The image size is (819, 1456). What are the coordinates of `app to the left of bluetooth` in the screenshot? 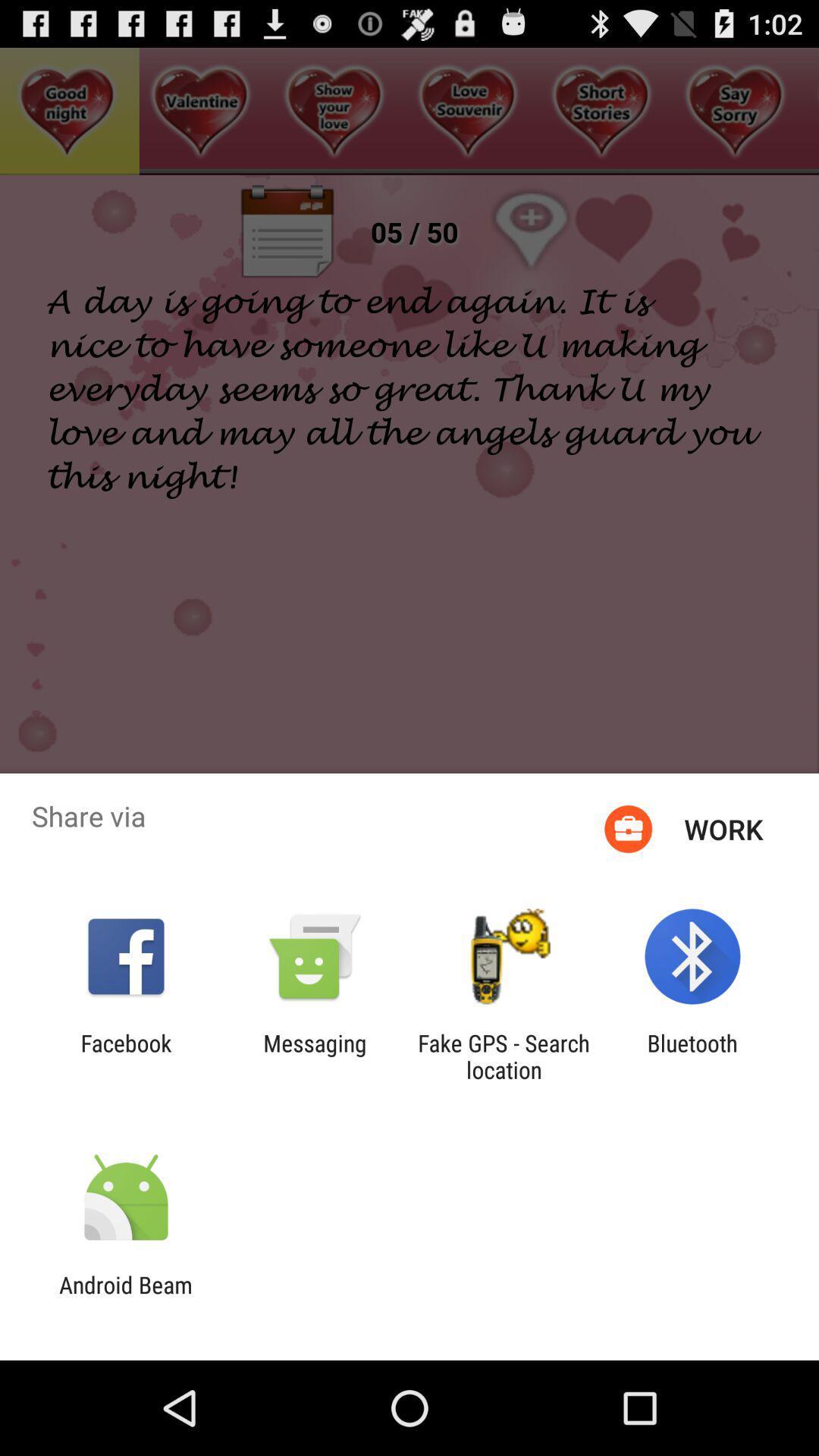 It's located at (504, 1056).